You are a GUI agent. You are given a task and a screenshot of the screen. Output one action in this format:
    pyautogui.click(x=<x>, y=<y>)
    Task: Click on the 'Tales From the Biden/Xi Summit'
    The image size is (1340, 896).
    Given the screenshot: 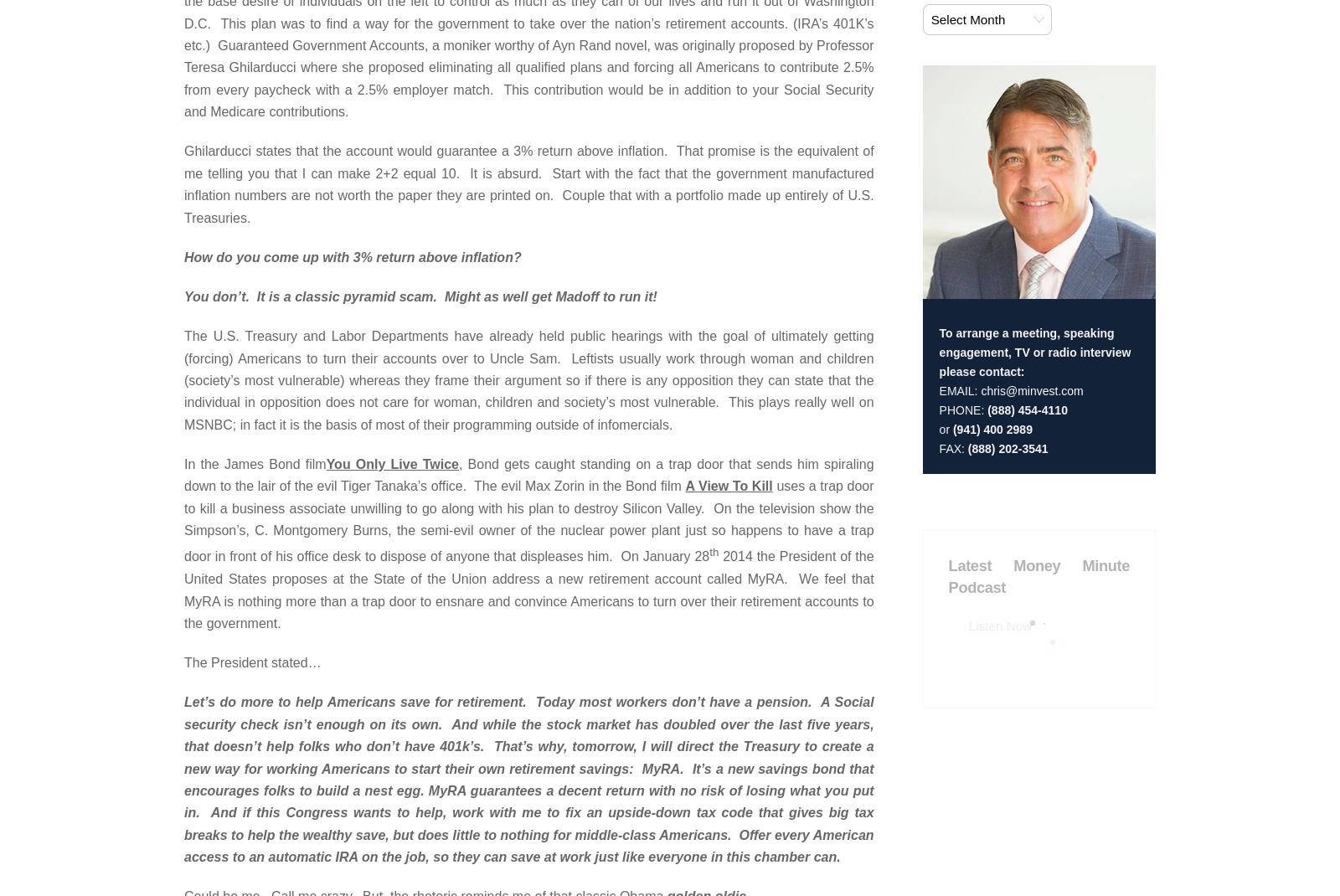 What is the action you would take?
    pyautogui.click(x=760, y=178)
    